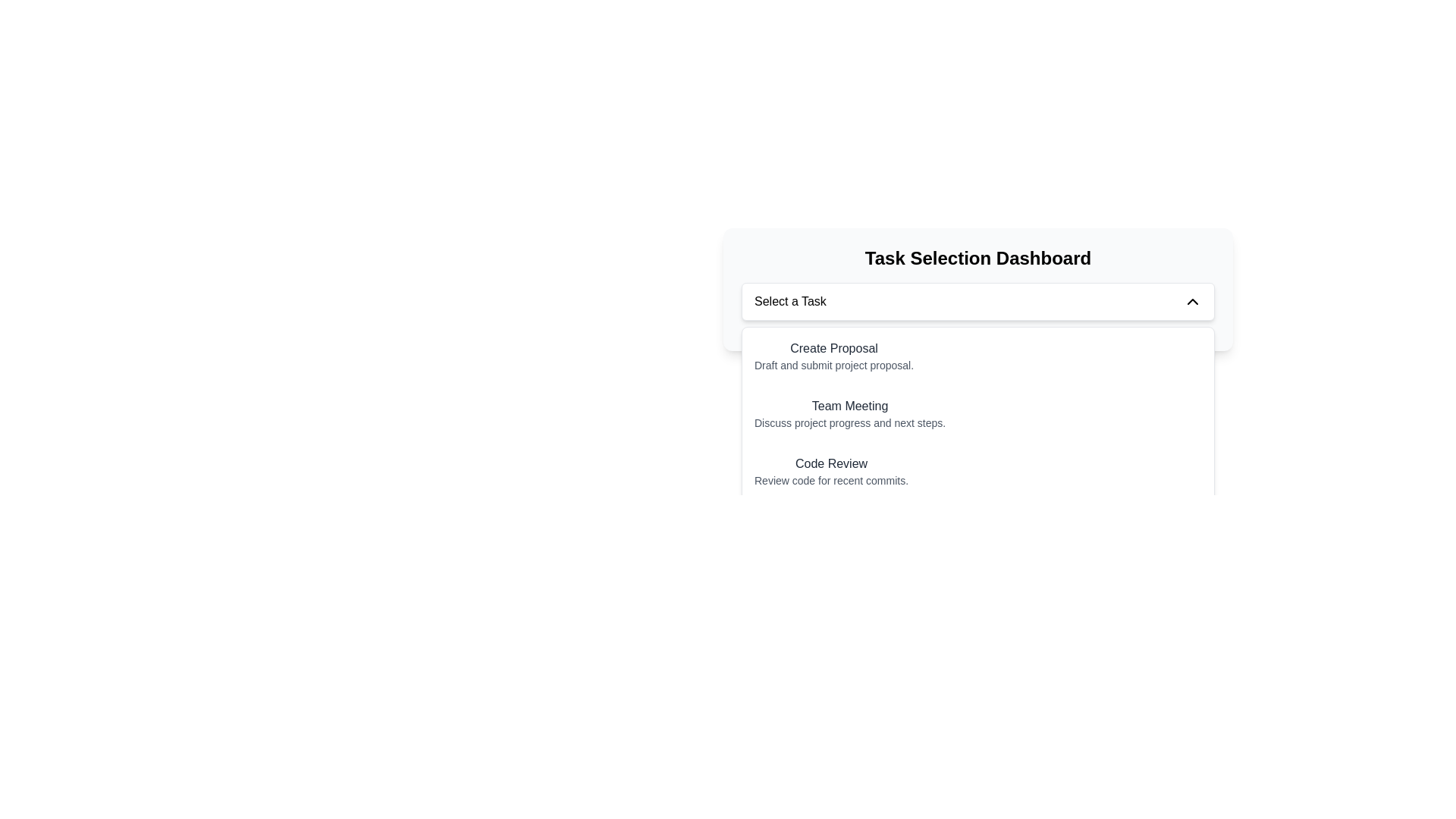 The height and width of the screenshot is (819, 1456). Describe the element at coordinates (978, 356) in the screenshot. I see `the 'Create Proposal' menu item, which is the first option in a vertical list styled with a white background and containing the title 'Create Proposal' and subtitle 'Draft and submit project proposal.'` at that location.